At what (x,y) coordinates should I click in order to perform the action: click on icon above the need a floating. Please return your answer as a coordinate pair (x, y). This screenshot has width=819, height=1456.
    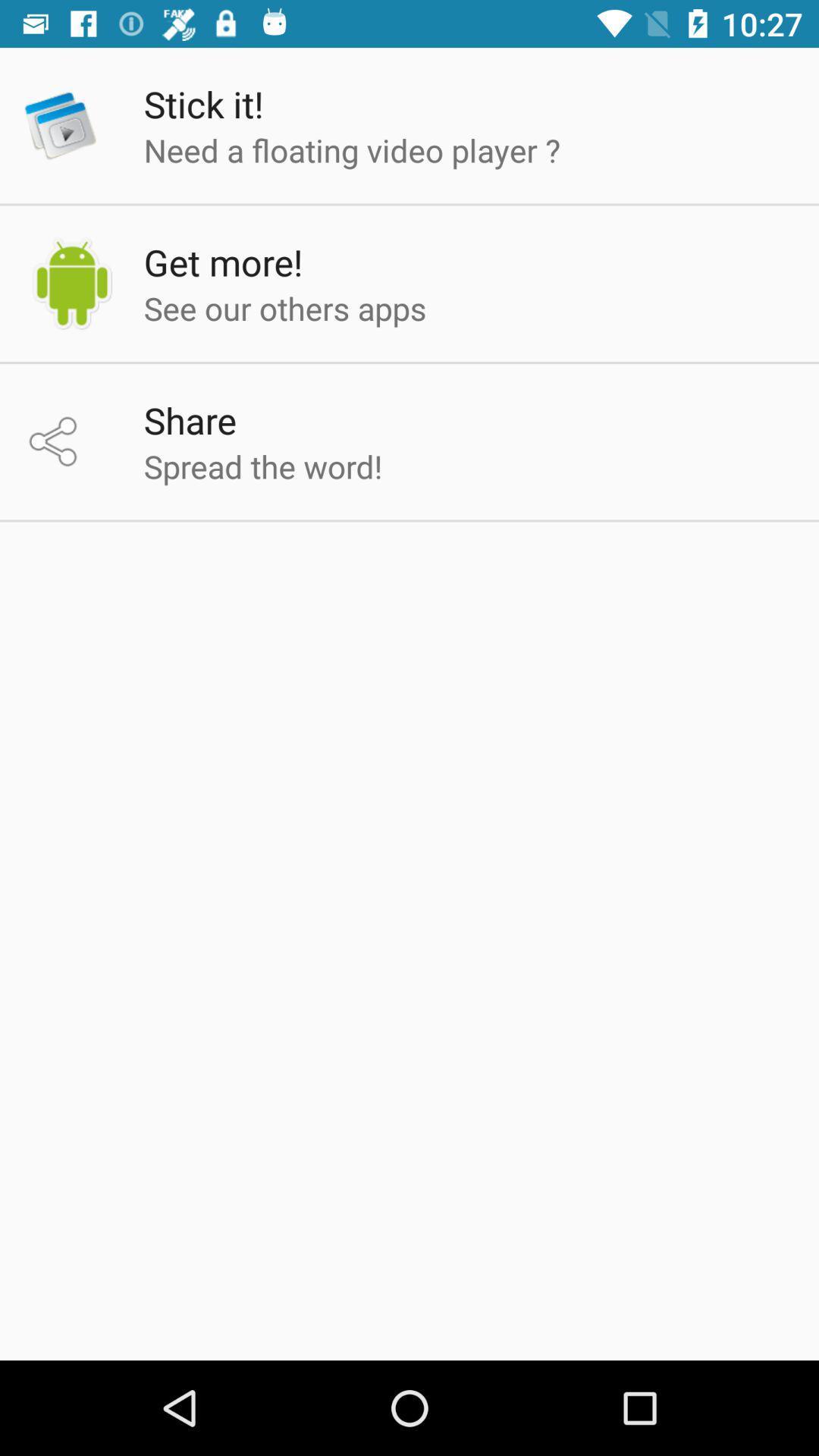
    Looking at the image, I should click on (202, 103).